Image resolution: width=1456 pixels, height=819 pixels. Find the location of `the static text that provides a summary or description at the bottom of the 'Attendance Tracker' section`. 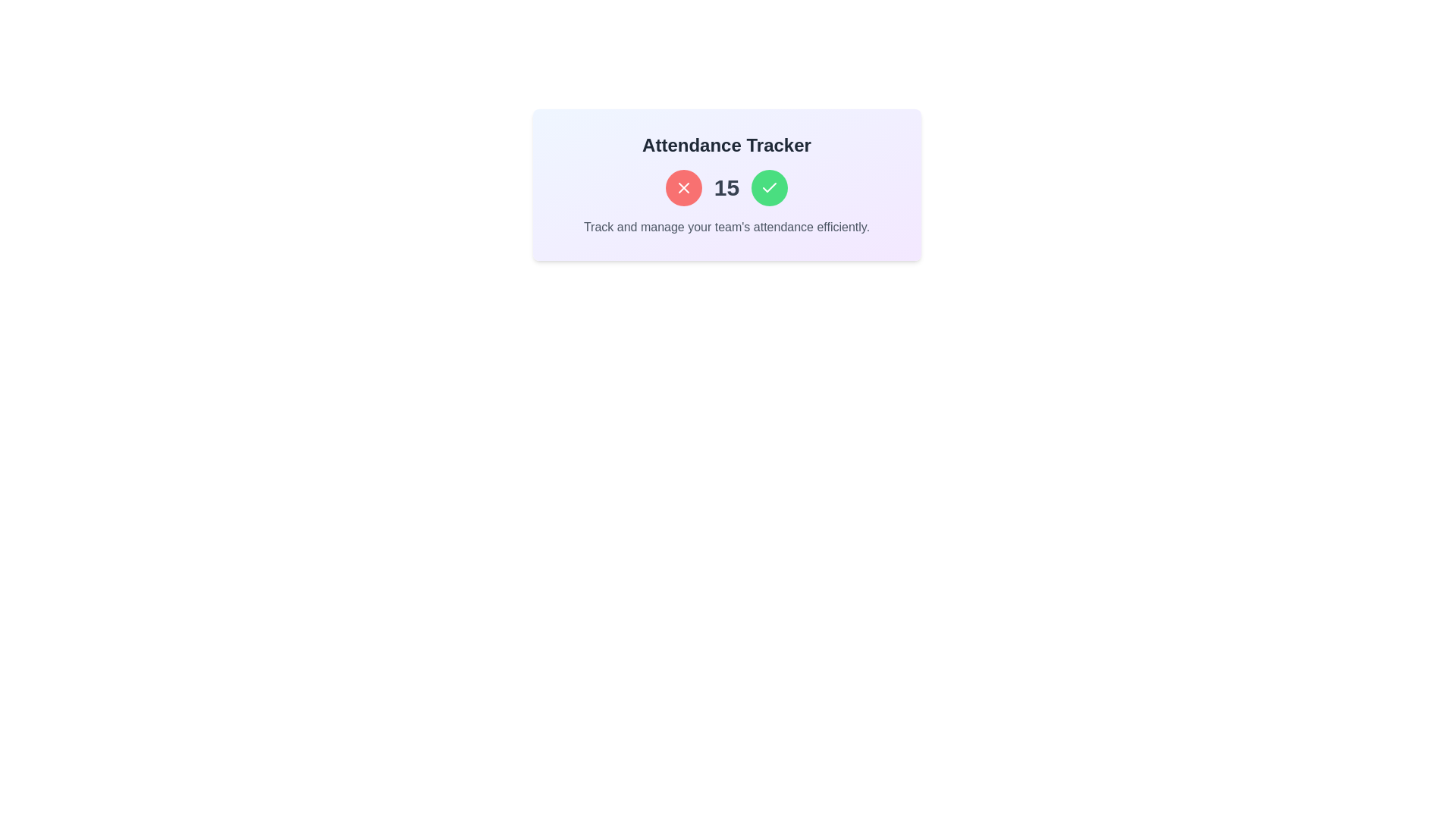

the static text that provides a summary or description at the bottom of the 'Attendance Tracker' section is located at coordinates (726, 227).